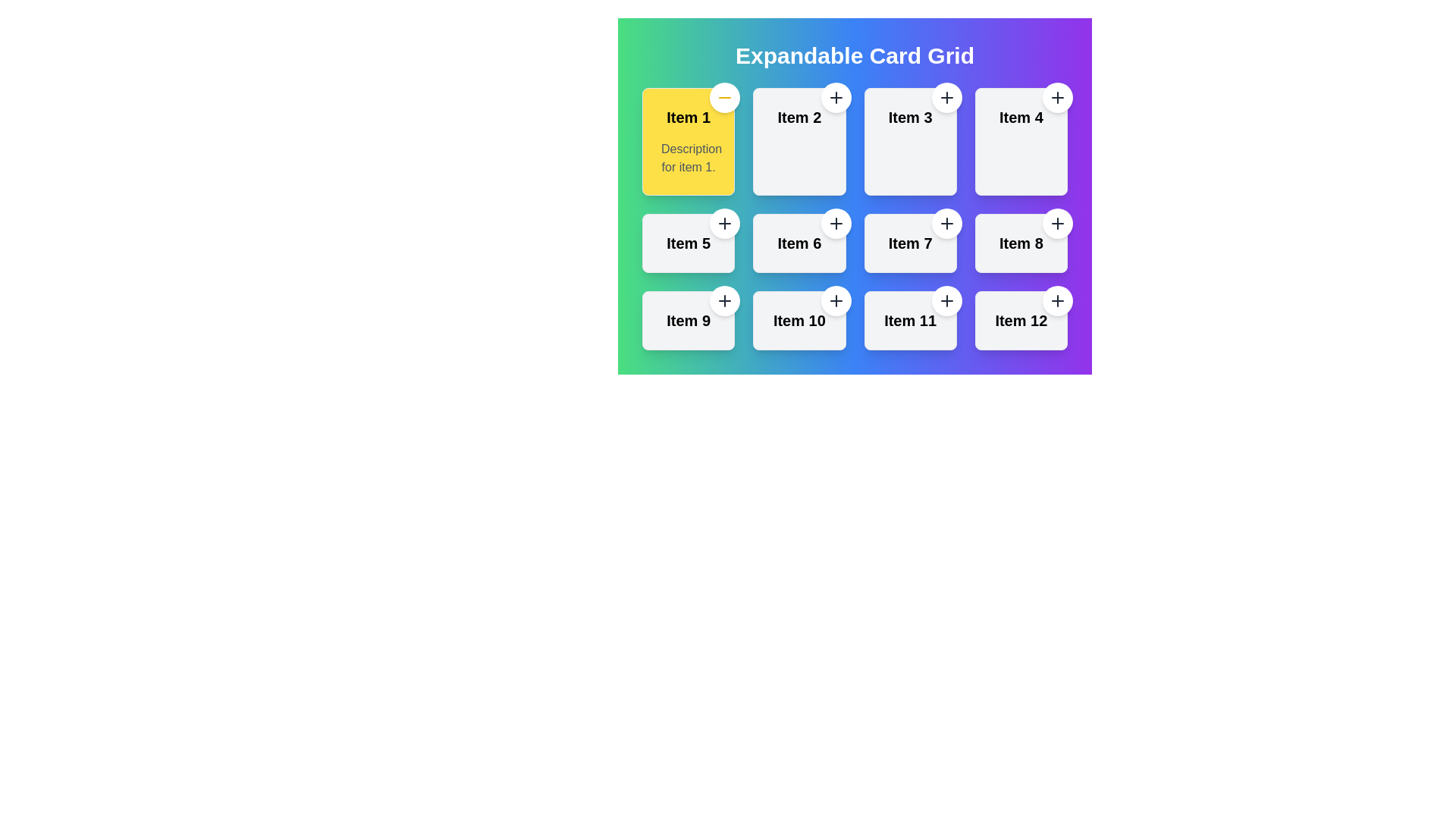  I want to click on the text label displaying 'Item 11' which is styled in a larger bold black font, located in the bottom-right corner of the interface within a grid layout, so click(910, 320).